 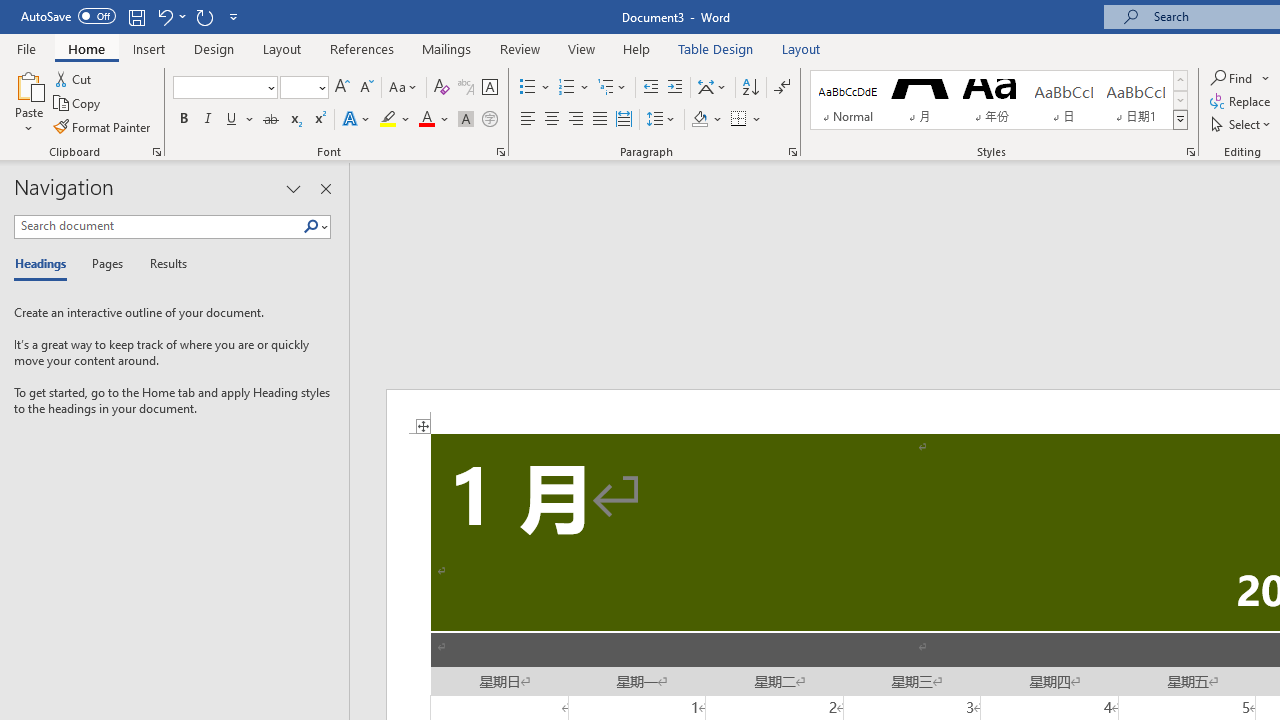 I want to click on 'Select', so click(x=1241, y=124).